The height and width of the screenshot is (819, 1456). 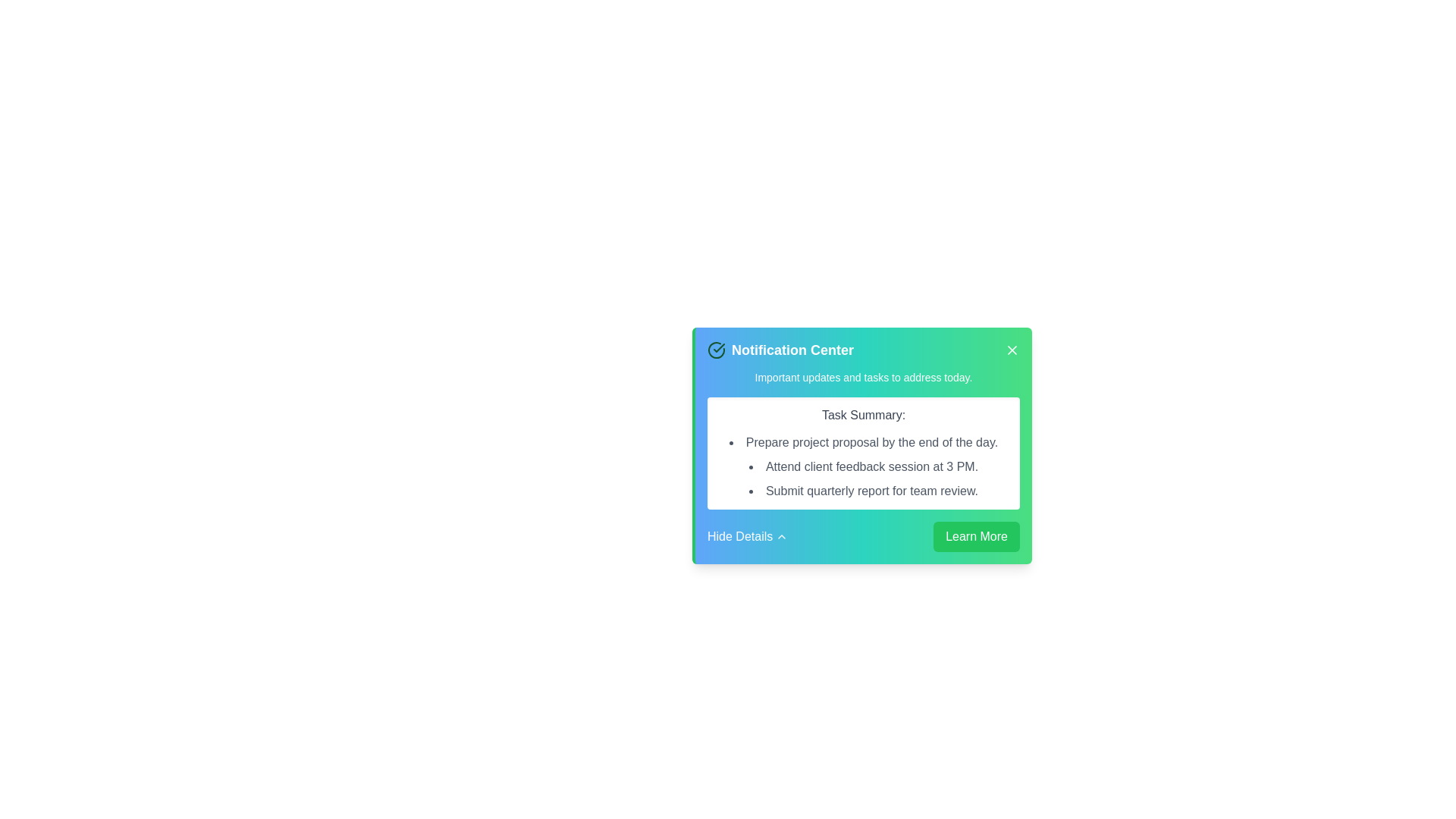 What do you see at coordinates (1012, 350) in the screenshot?
I see `the Close button icon, which is a diagonal cross located in the top-right corner of the Notification Center card` at bounding box center [1012, 350].